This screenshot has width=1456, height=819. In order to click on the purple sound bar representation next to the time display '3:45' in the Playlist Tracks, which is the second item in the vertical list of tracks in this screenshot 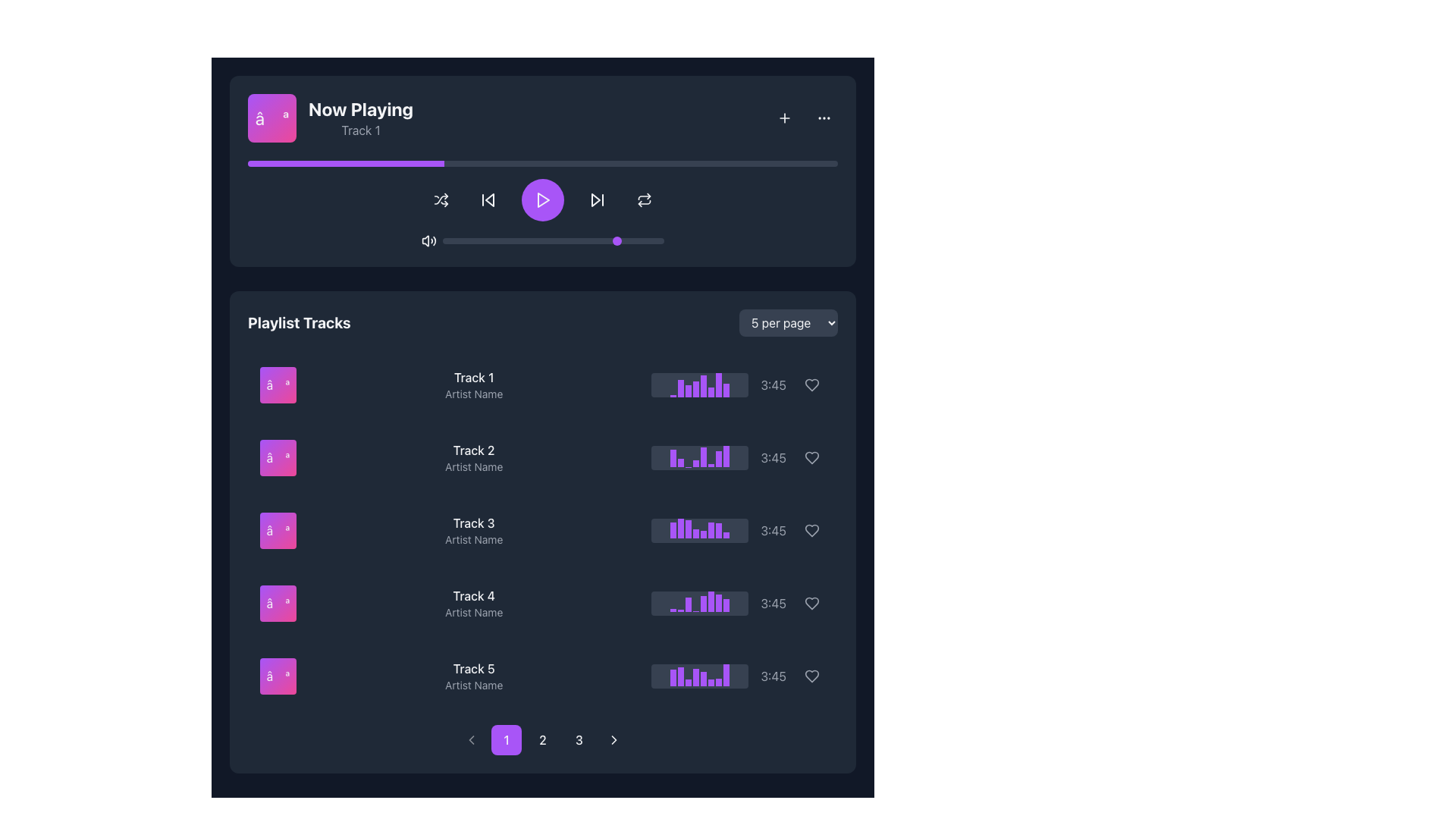, I will do `click(739, 457)`.